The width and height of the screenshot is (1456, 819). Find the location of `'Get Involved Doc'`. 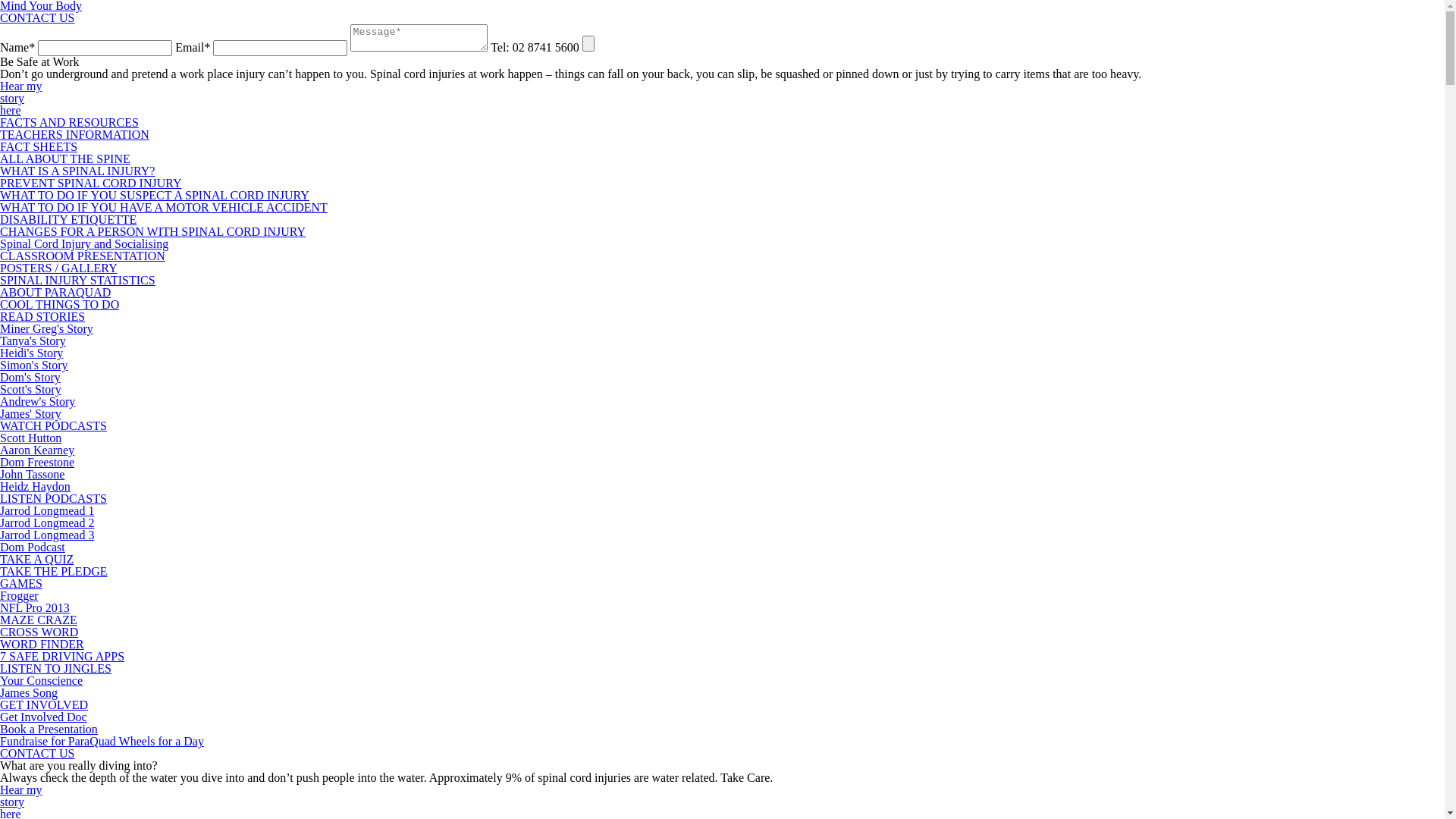

'Get Involved Doc' is located at coordinates (43, 717).